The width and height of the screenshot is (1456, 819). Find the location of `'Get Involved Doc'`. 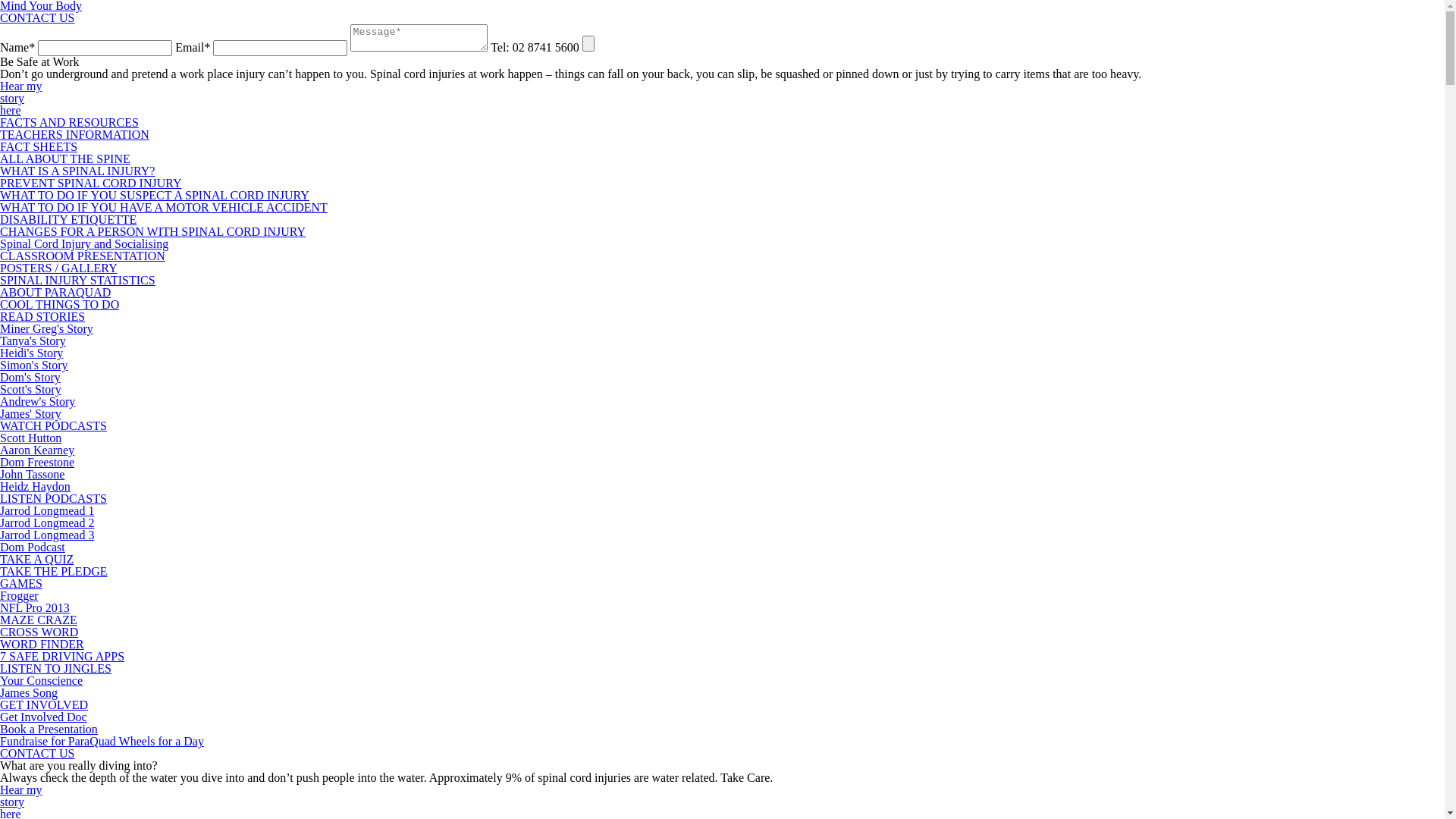

'Get Involved Doc' is located at coordinates (43, 717).